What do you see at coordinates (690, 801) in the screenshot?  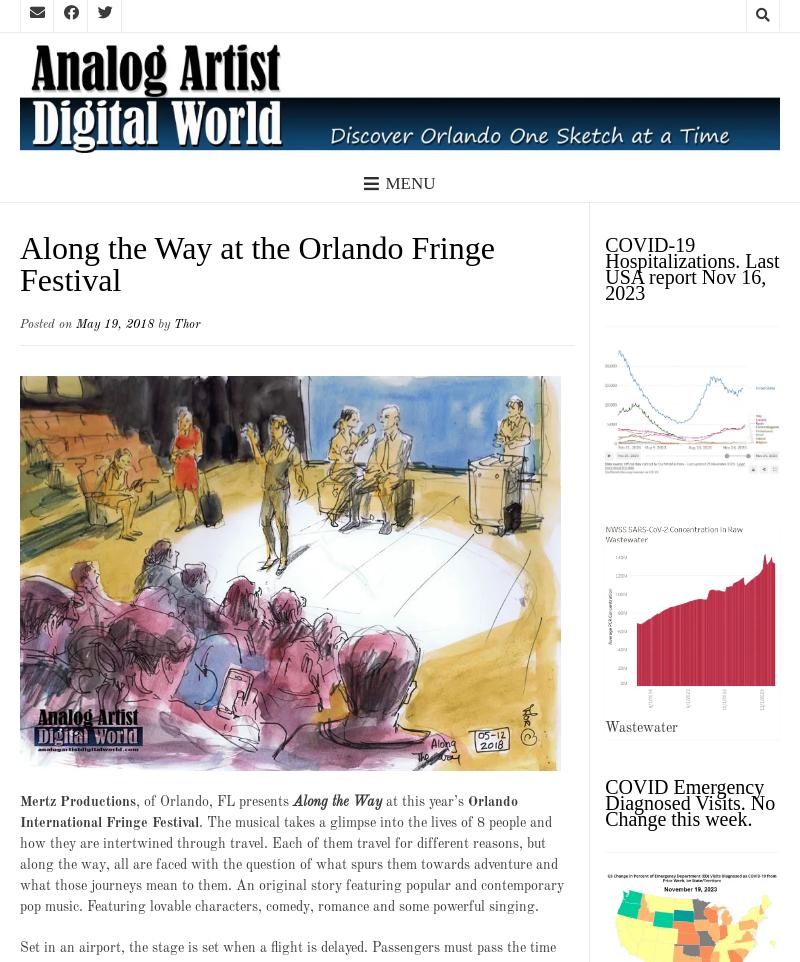 I see `'COVID Emergency Diagnosed Visits. No Change this week.'` at bounding box center [690, 801].